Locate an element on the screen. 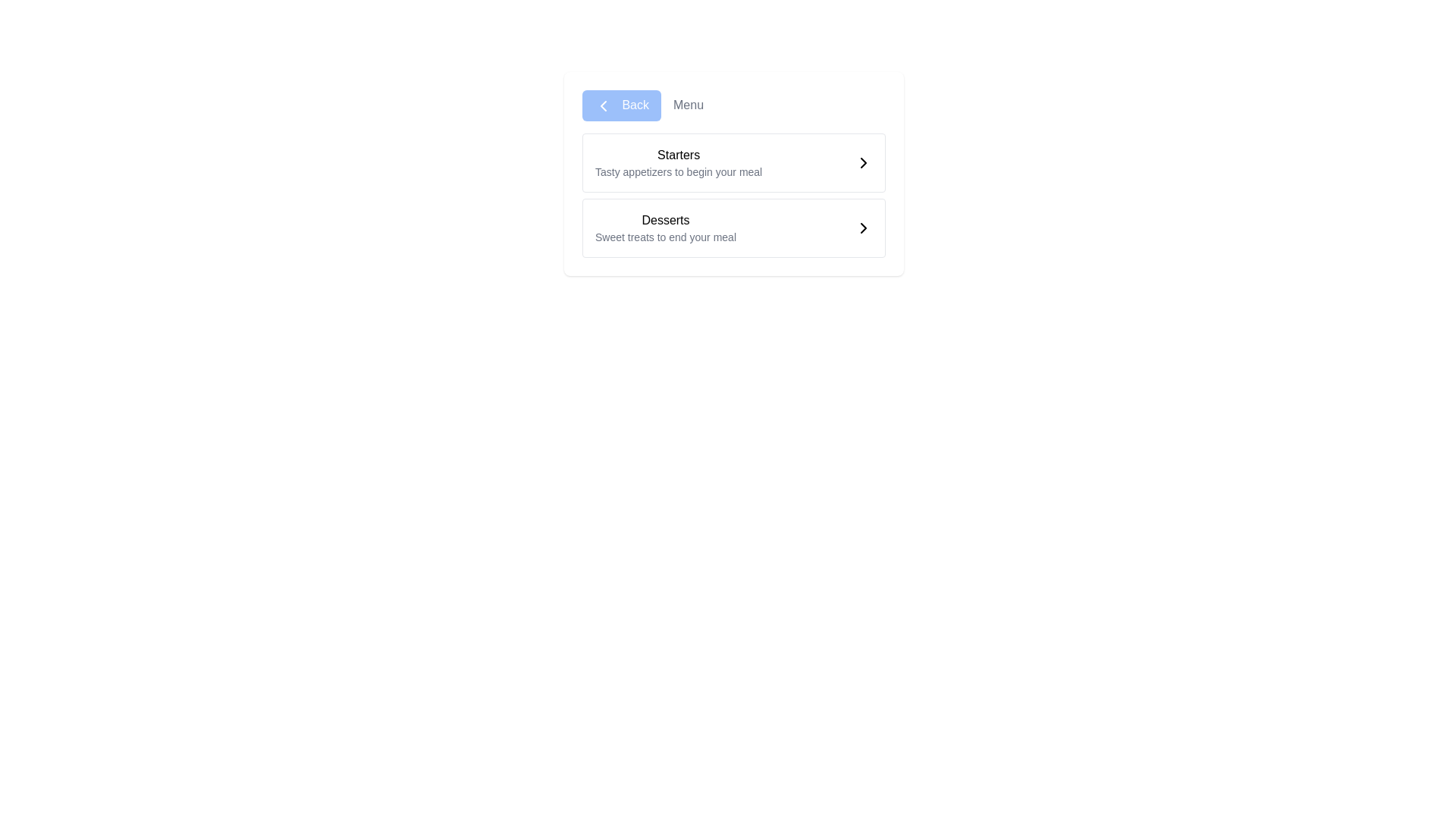 The image size is (1456, 819). the right-pointing chevron icon at the end of the 'Starters' section is located at coordinates (863, 162).